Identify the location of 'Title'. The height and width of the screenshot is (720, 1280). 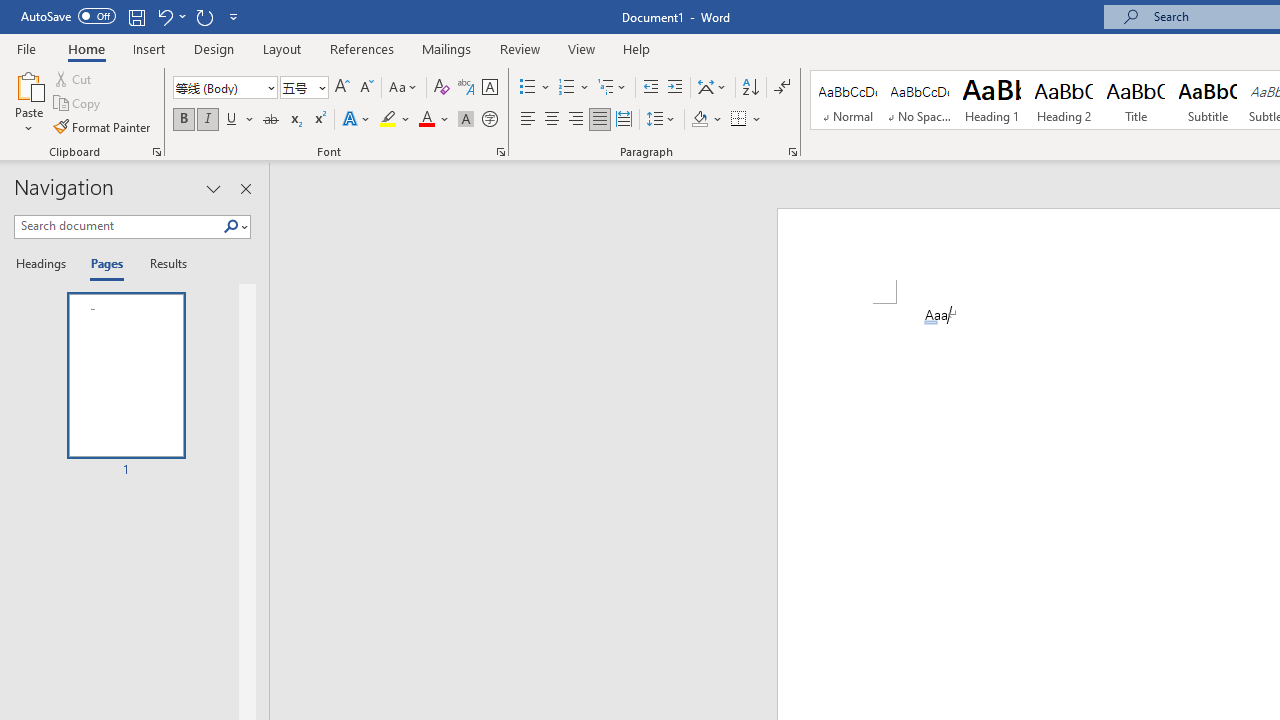
(1136, 100).